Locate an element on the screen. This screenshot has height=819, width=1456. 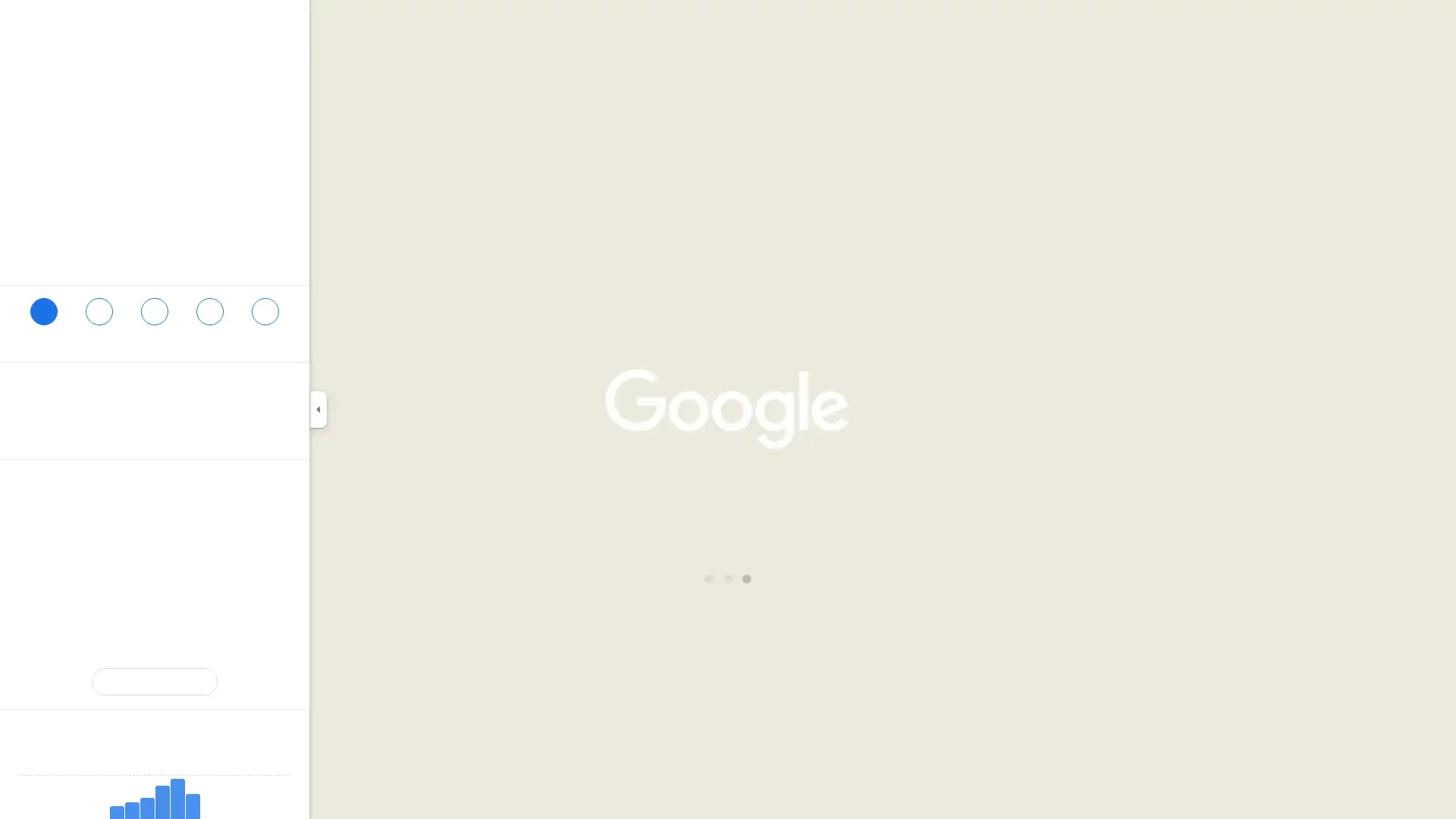
Clear search is located at coordinates (283, 24).